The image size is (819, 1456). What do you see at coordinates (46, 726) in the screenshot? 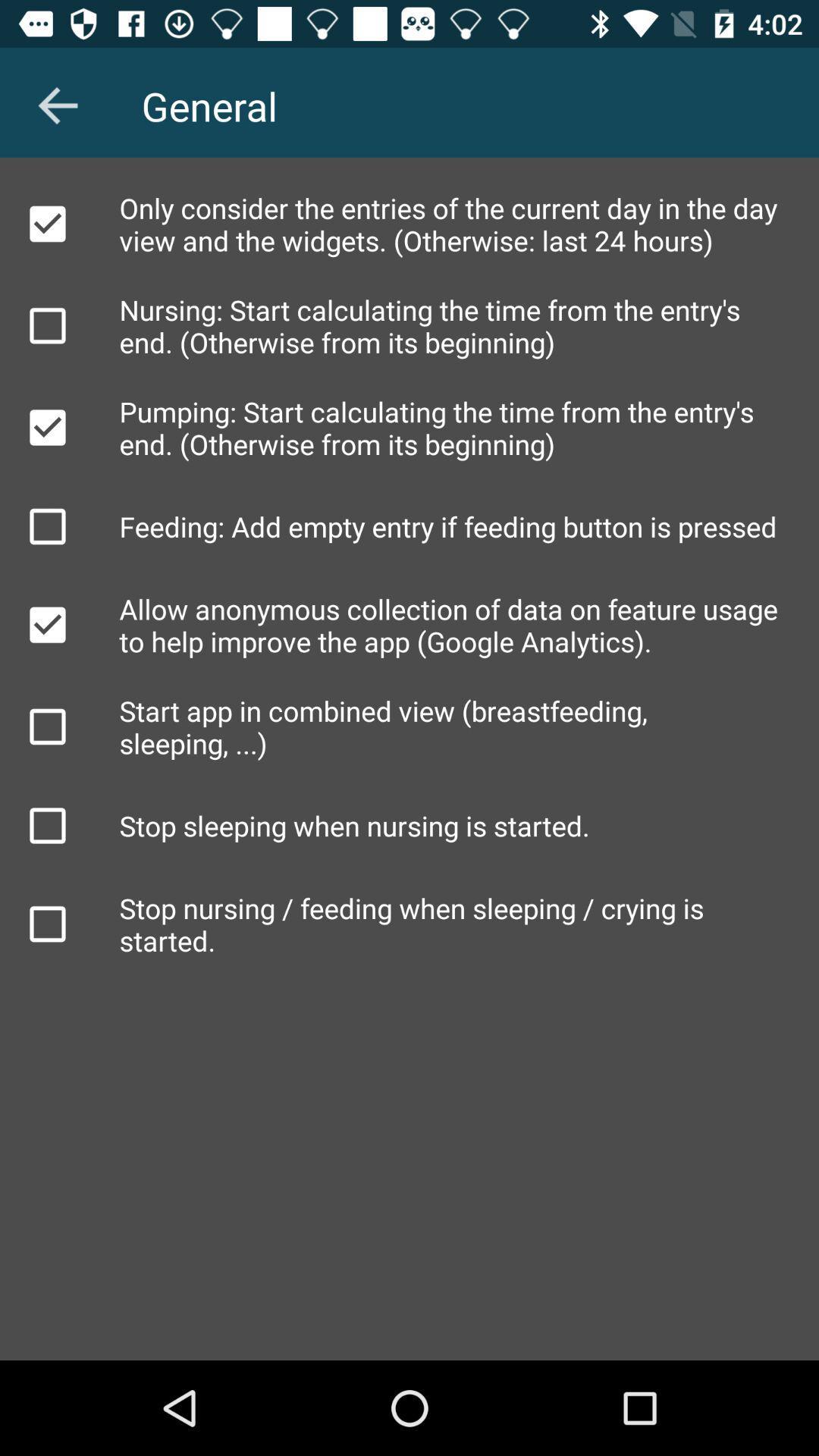
I see `option` at bounding box center [46, 726].